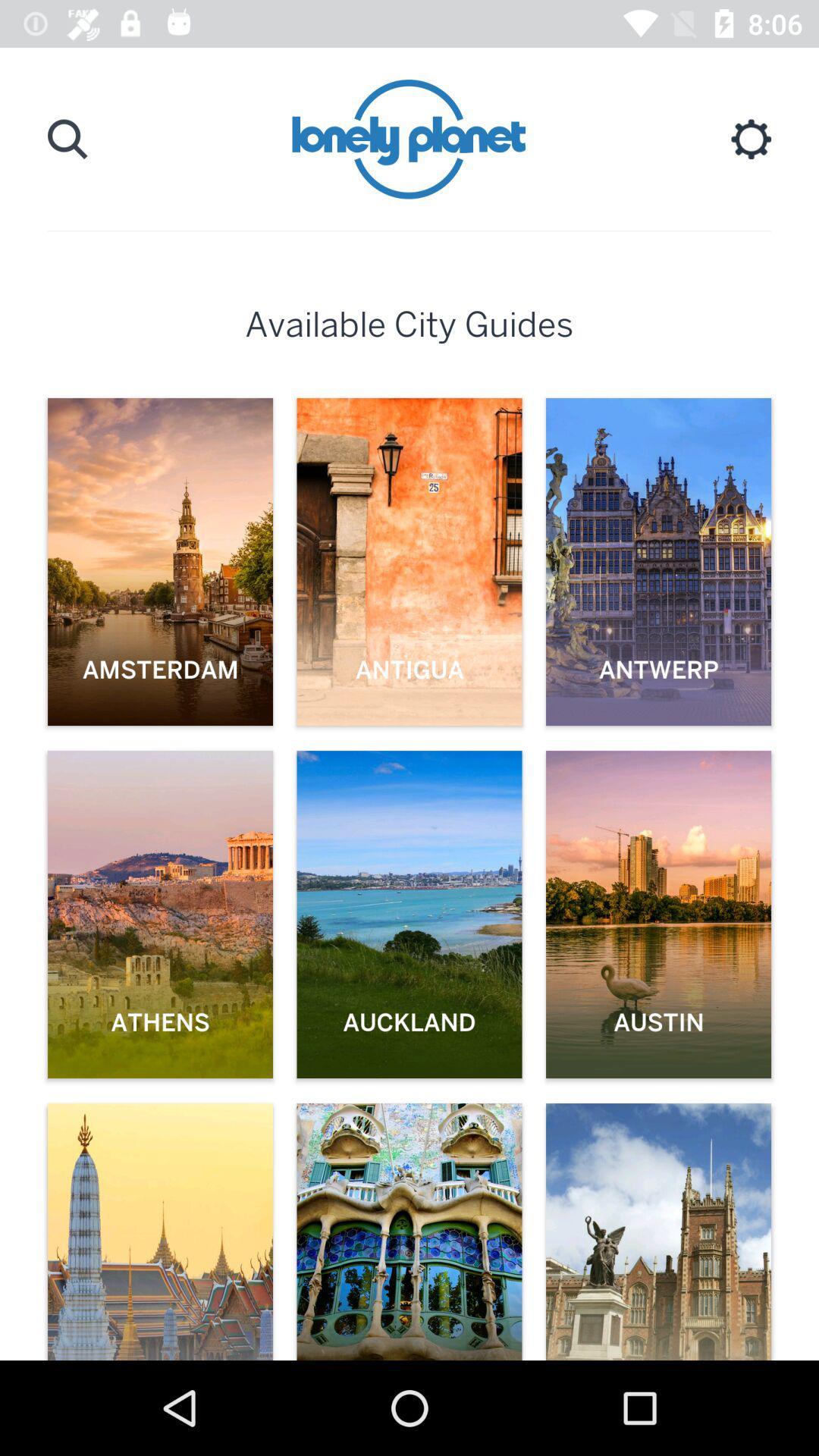 The width and height of the screenshot is (819, 1456). Describe the element at coordinates (751, 139) in the screenshot. I see `the item at the top right corner` at that location.